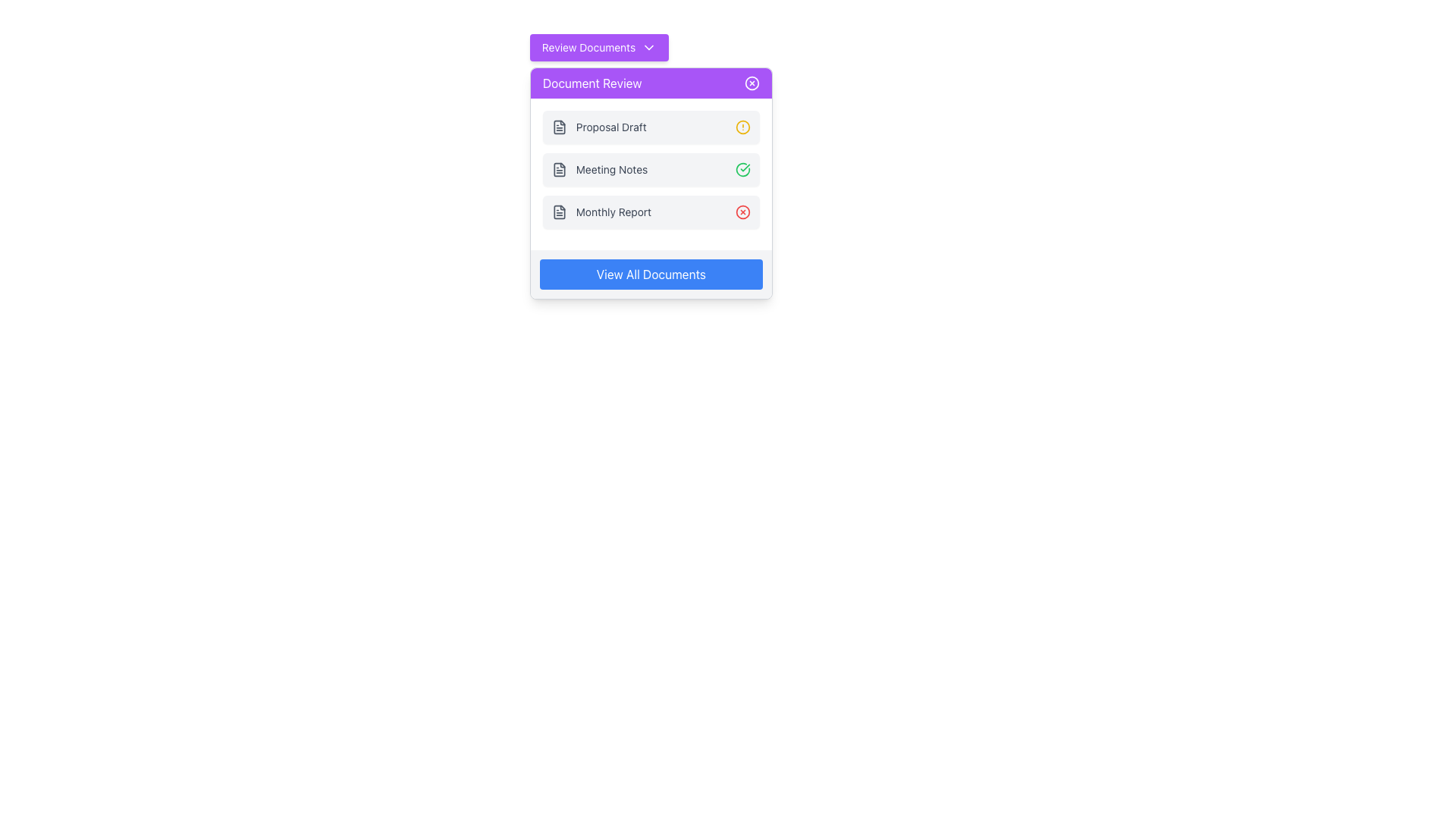 This screenshot has height=819, width=1456. What do you see at coordinates (651, 275) in the screenshot?
I see `the rectangular button with a blue background labeled 'View All Documents'` at bounding box center [651, 275].